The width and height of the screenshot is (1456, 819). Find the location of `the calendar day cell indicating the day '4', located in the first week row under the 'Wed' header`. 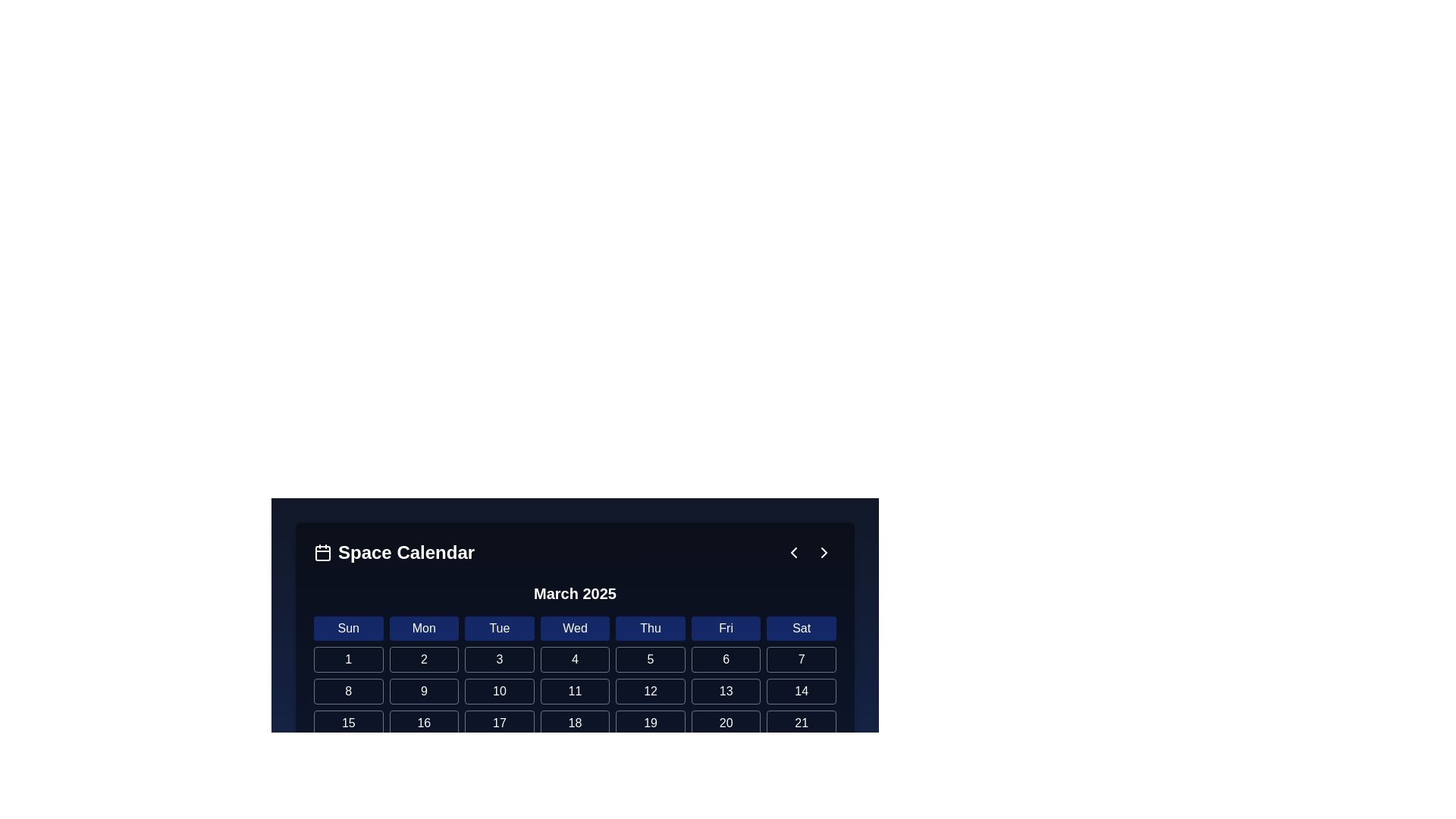

the calendar day cell indicating the day '4', located in the first week row under the 'Wed' header is located at coordinates (574, 659).